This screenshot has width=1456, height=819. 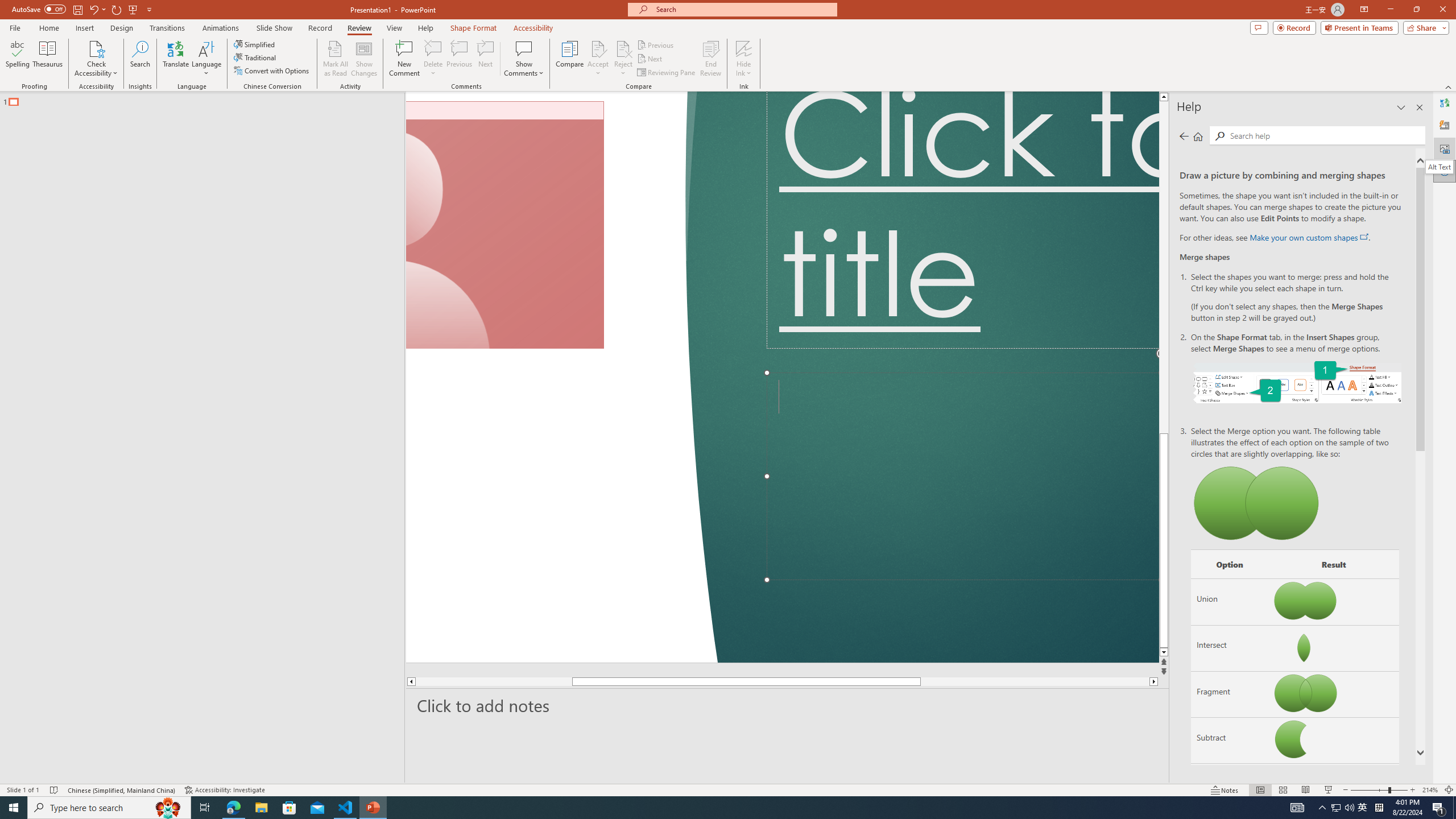 I want to click on 'Spelling...', so click(x=16, y=59).